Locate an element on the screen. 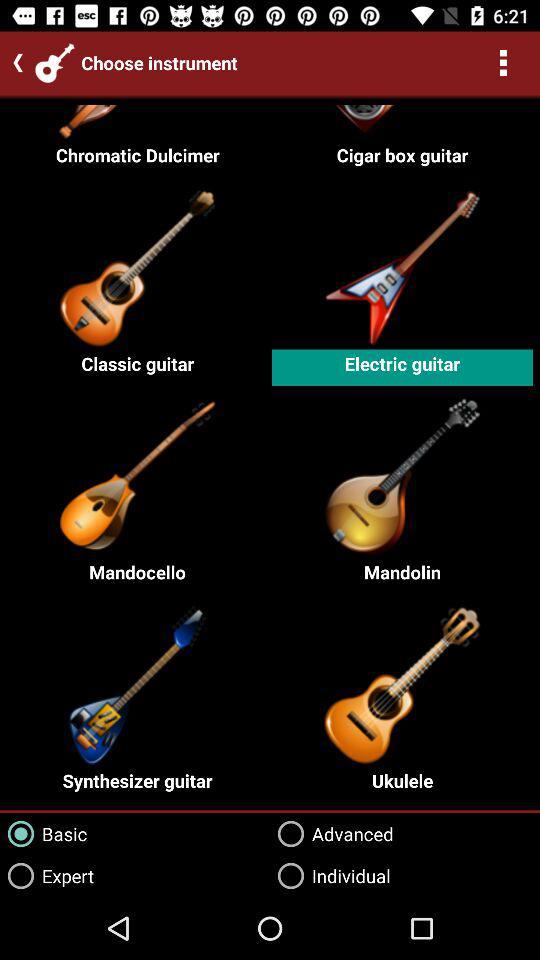 The height and width of the screenshot is (960, 540). the image above the text synthesizer guitar on the web page is located at coordinates (137, 683).